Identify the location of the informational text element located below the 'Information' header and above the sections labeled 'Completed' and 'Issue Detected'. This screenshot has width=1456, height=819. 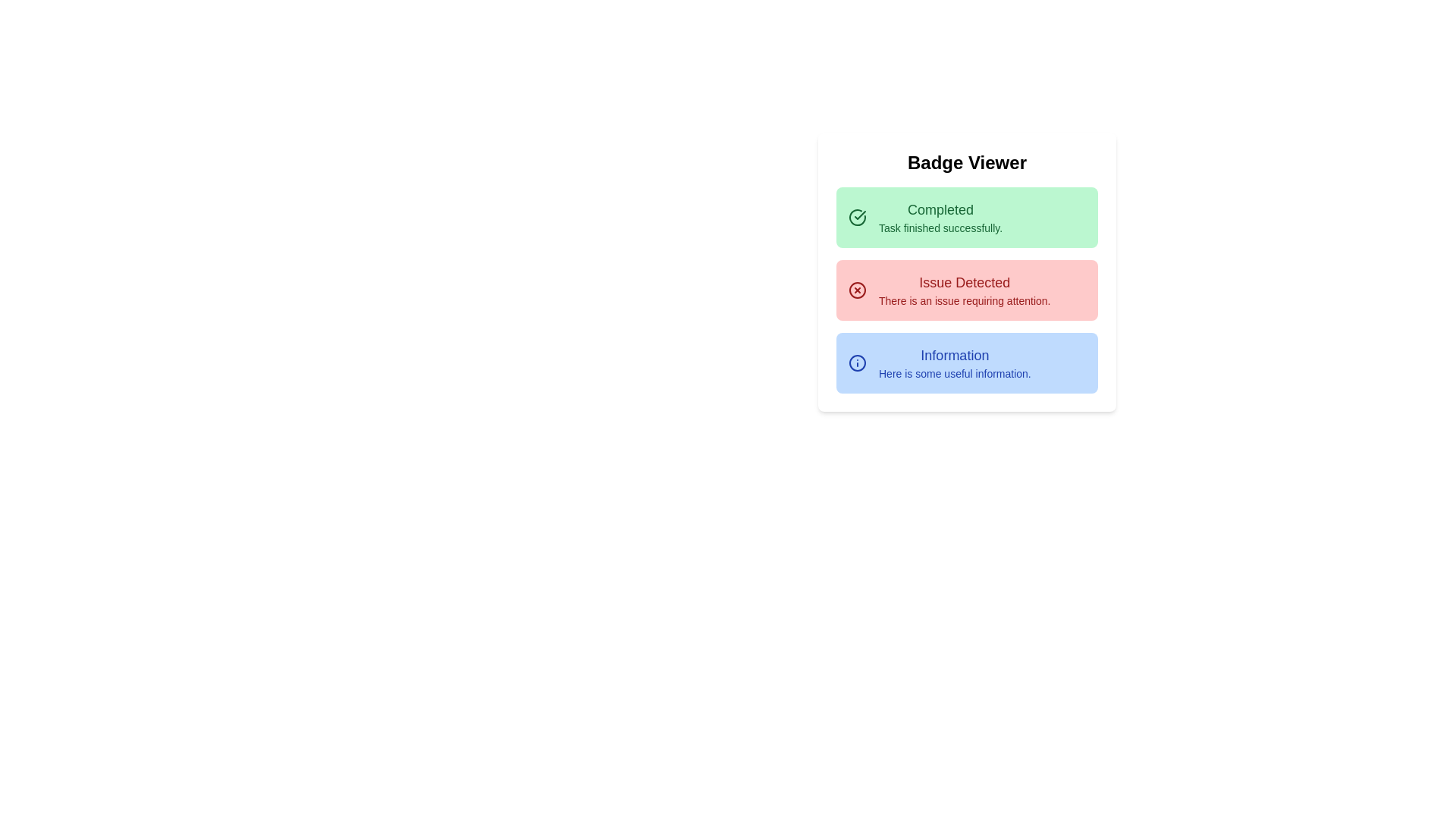
(954, 374).